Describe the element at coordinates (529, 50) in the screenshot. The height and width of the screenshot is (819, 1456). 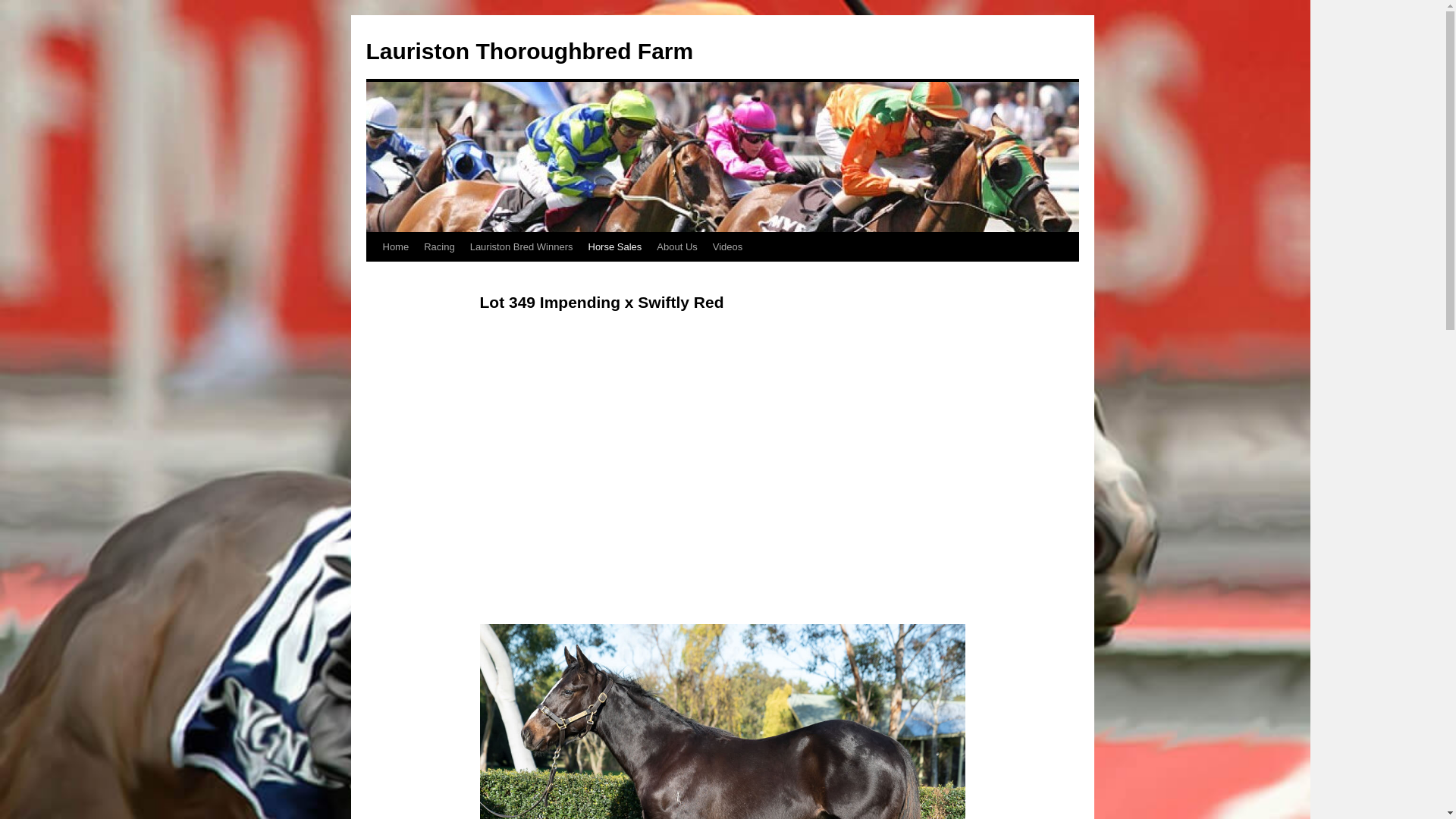
I see `'Lauriston Thoroughbred Farm'` at that location.